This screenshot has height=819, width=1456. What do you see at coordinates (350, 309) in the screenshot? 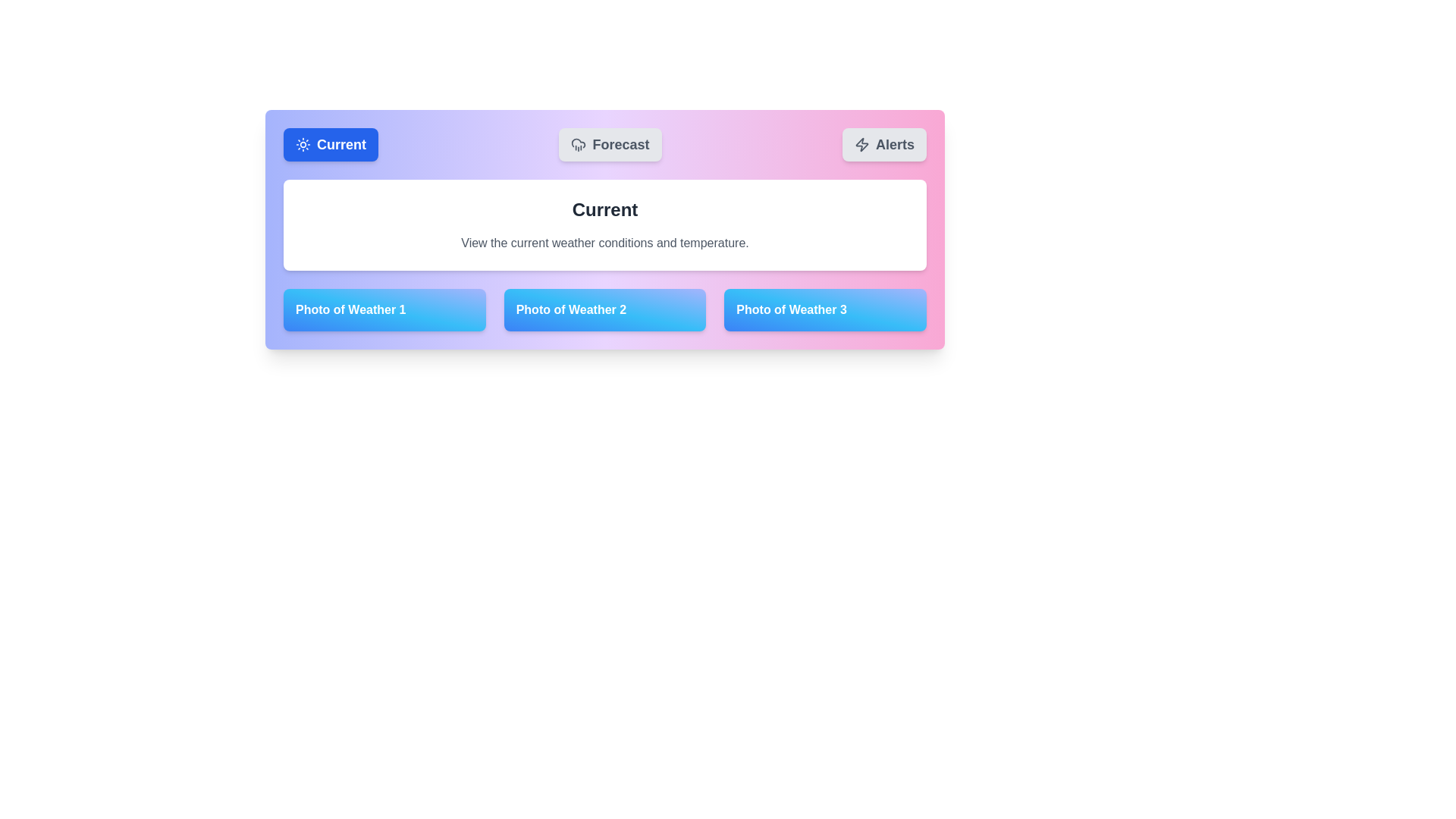
I see `bold text label that states 'Photo of Weather 1', located in the first of three horizontally aligned panels beneath the 'Current' section` at bounding box center [350, 309].